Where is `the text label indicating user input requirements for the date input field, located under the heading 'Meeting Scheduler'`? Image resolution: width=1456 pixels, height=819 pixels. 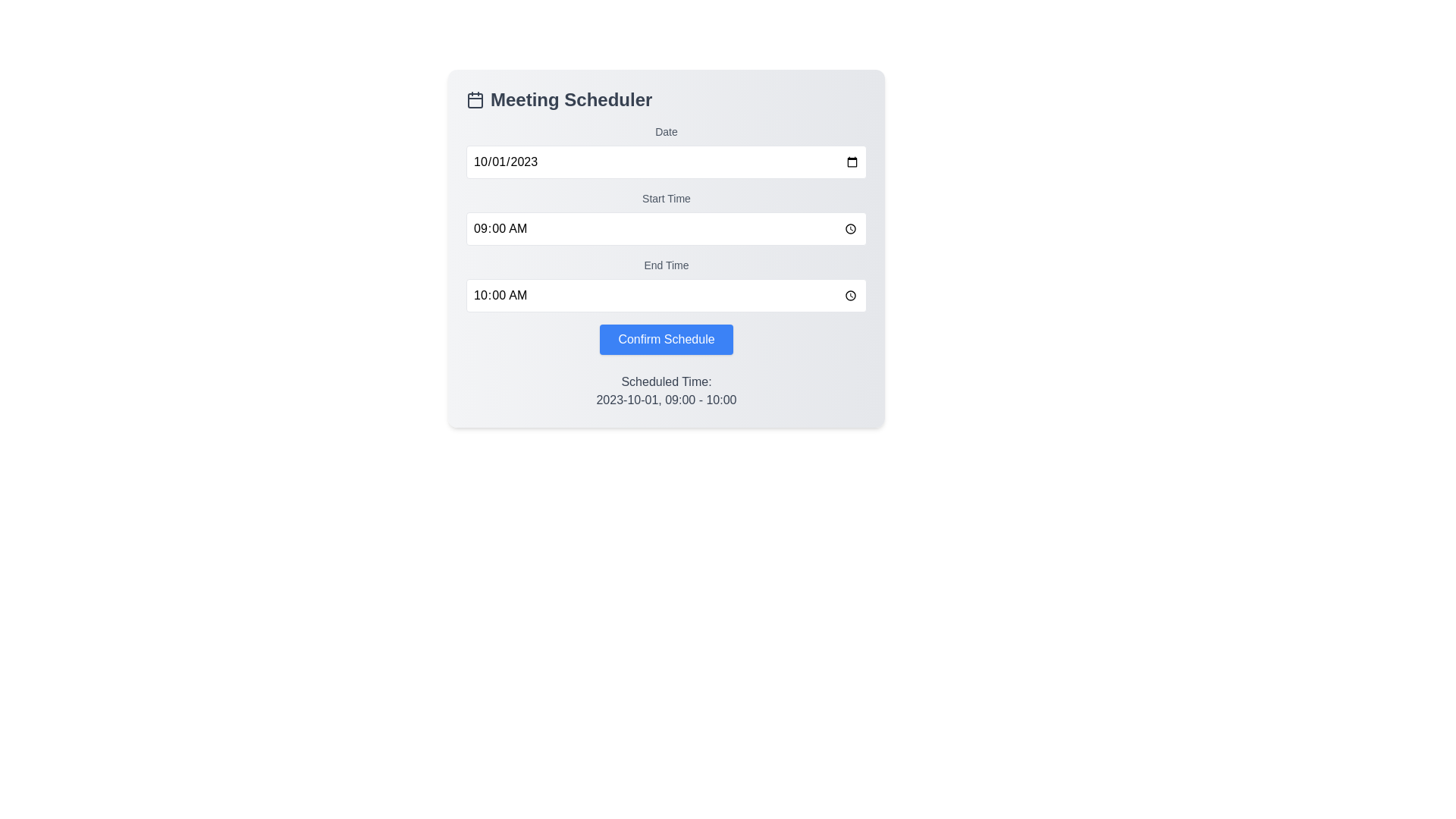 the text label indicating user input requirements for the date input field, located under the heading 'Meeting Scheduler' is located at coordinates (666, 130).